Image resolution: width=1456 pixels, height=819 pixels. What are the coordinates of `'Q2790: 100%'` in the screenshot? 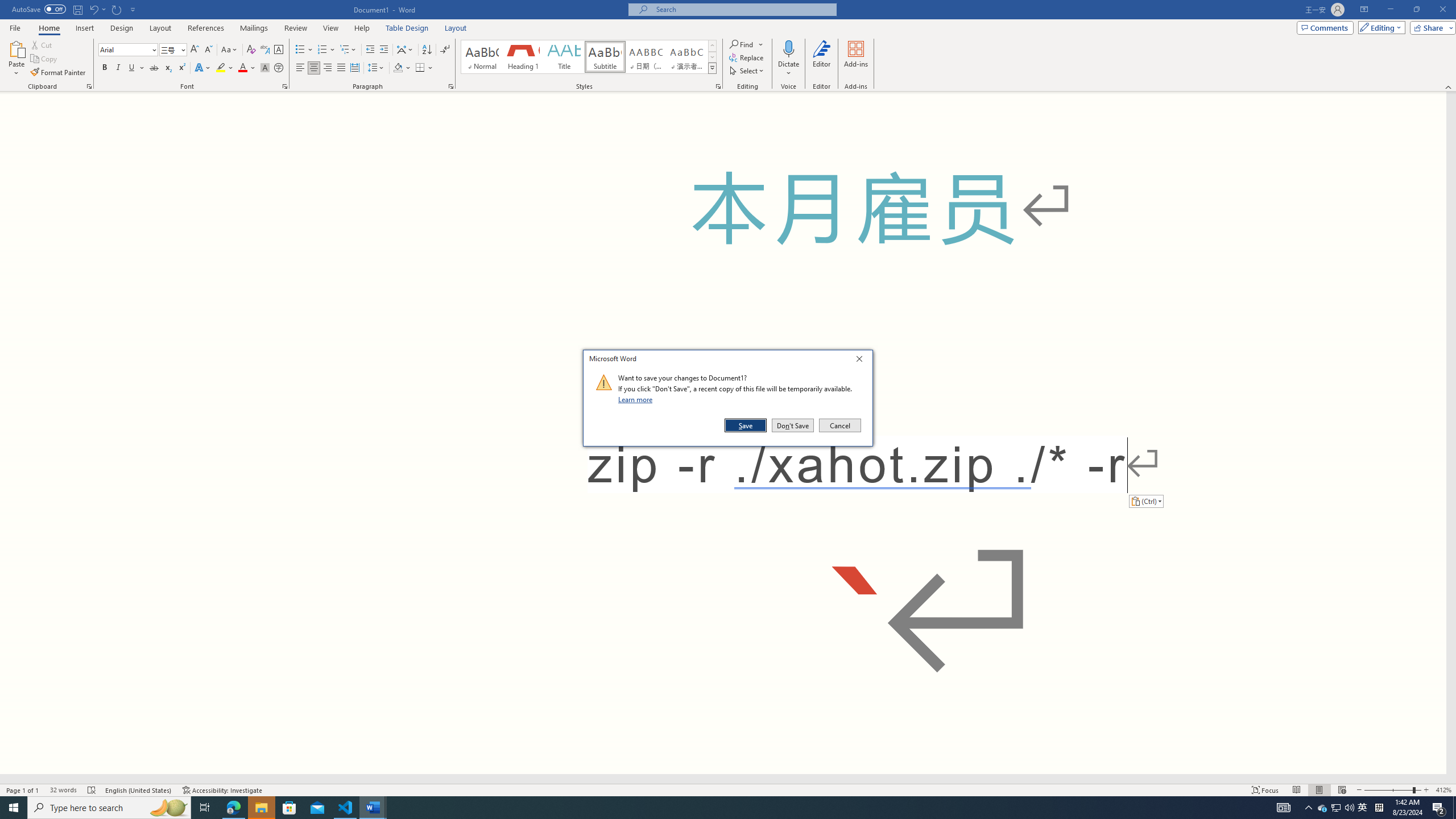 It's located at (1349, 806).